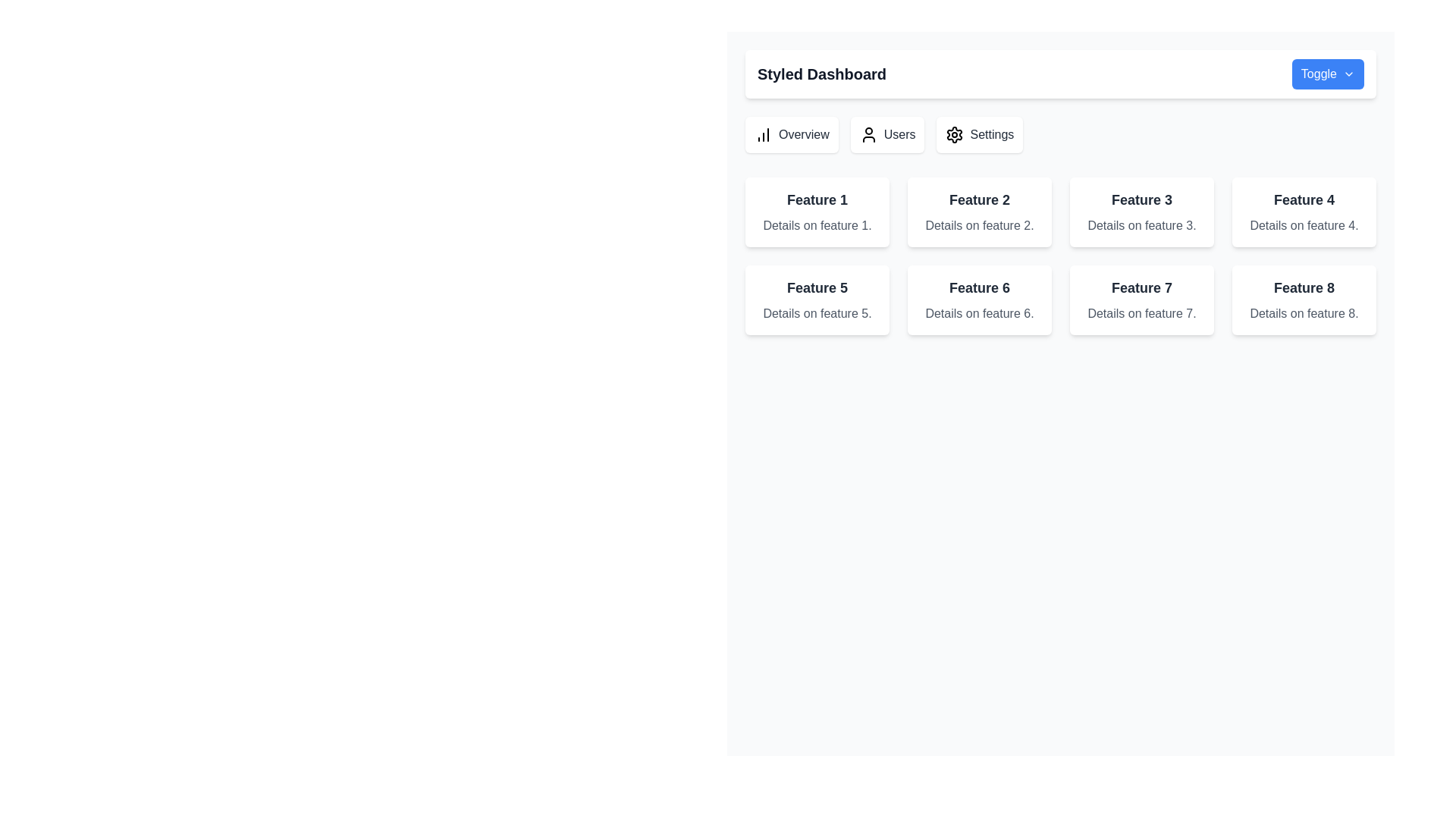  What do you see at coordinates (979, 288) in the screenshot?
I see `text label that serves as a title or heading for the card located in the second row, second column of the grid layout on the main dashboard area` at bounding box center [979, 288].